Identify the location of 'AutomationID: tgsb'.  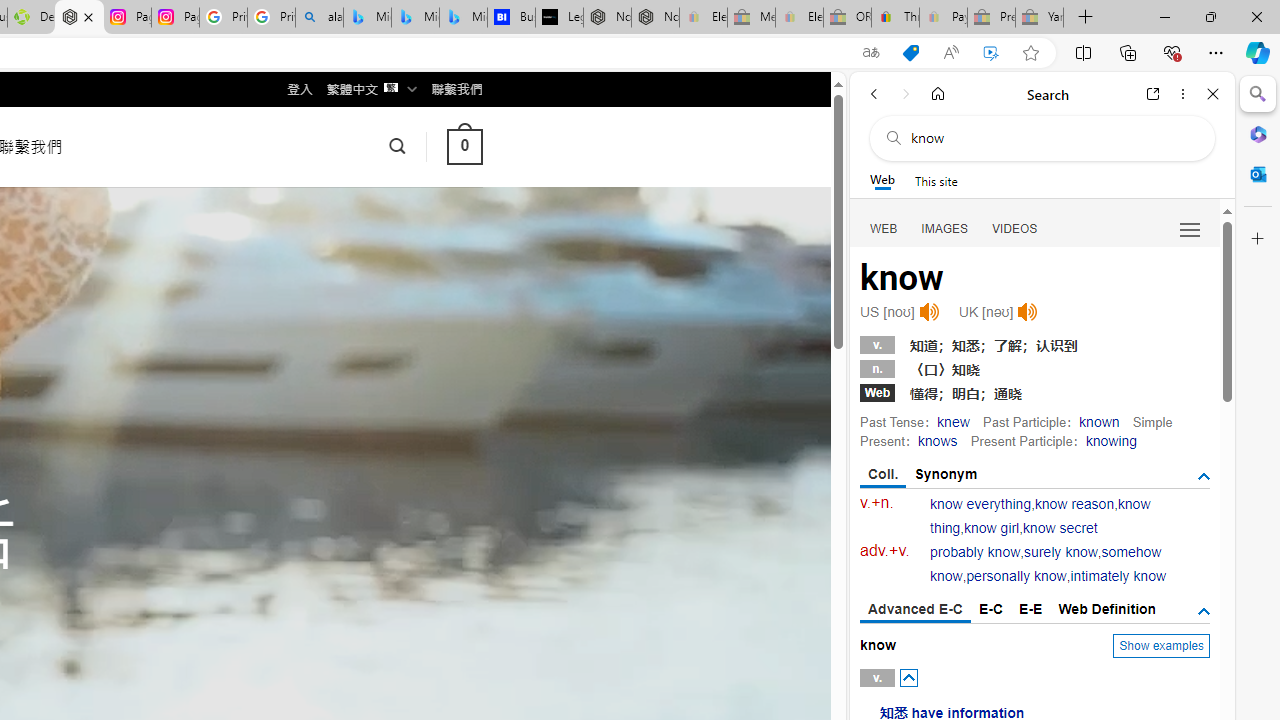
(1202, 477).